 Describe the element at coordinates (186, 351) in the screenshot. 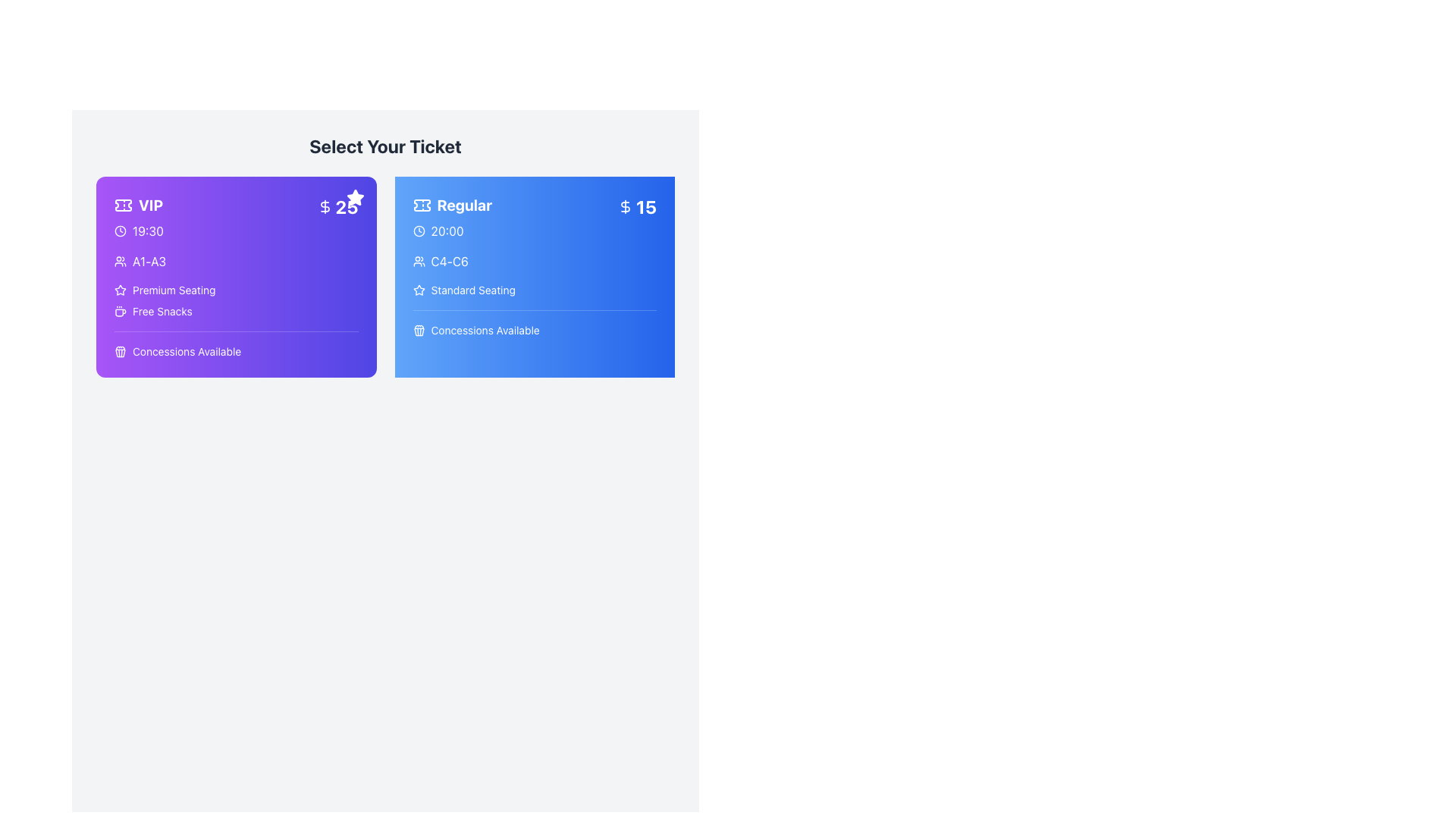

I see `the text label displaying 'Concessions Available' located in the bottom-left section of the purple card labeled 'VIP'` at that location.